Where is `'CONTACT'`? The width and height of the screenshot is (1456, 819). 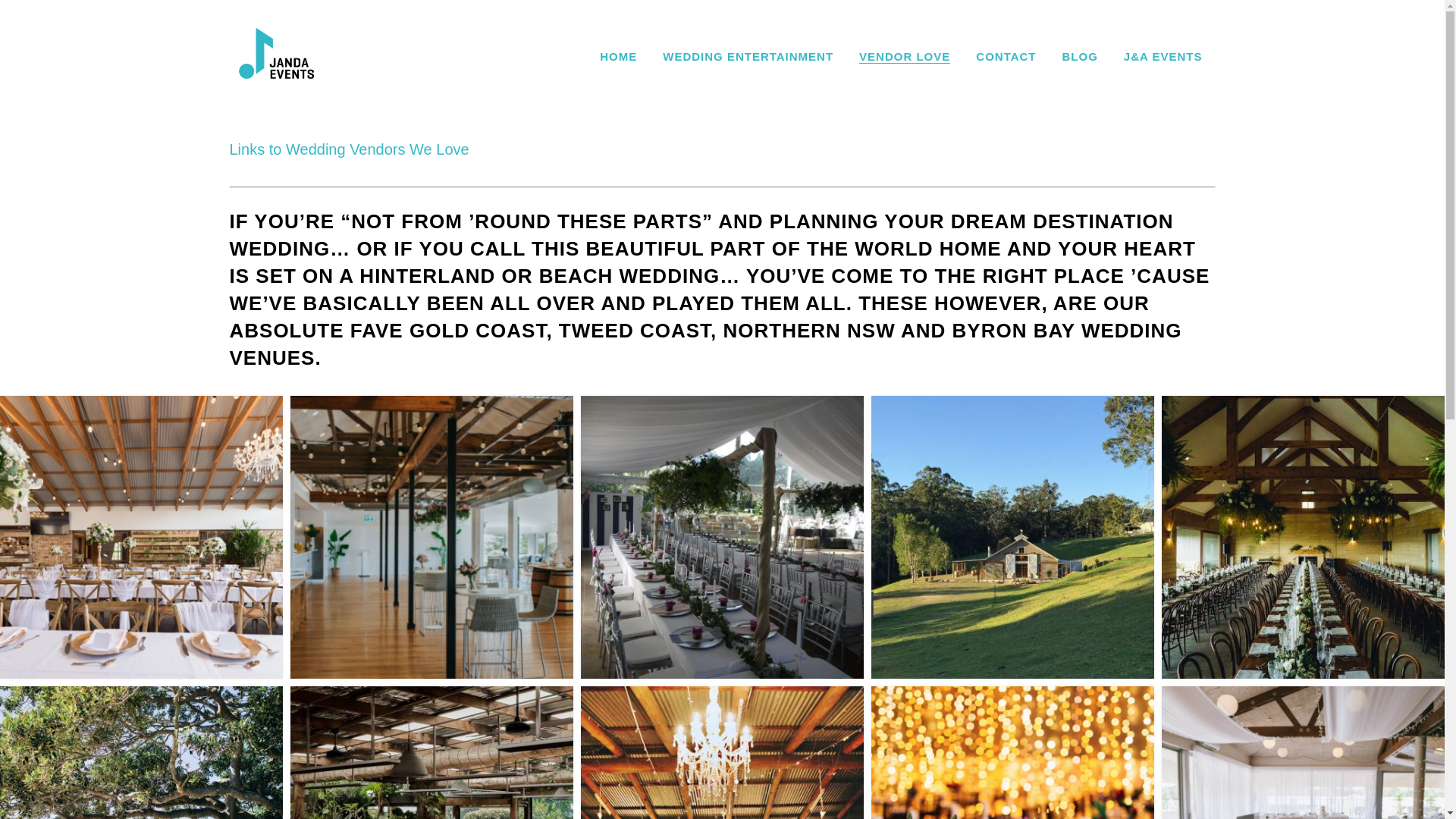
'CONTACT' is located at coordinates (1006, 55).